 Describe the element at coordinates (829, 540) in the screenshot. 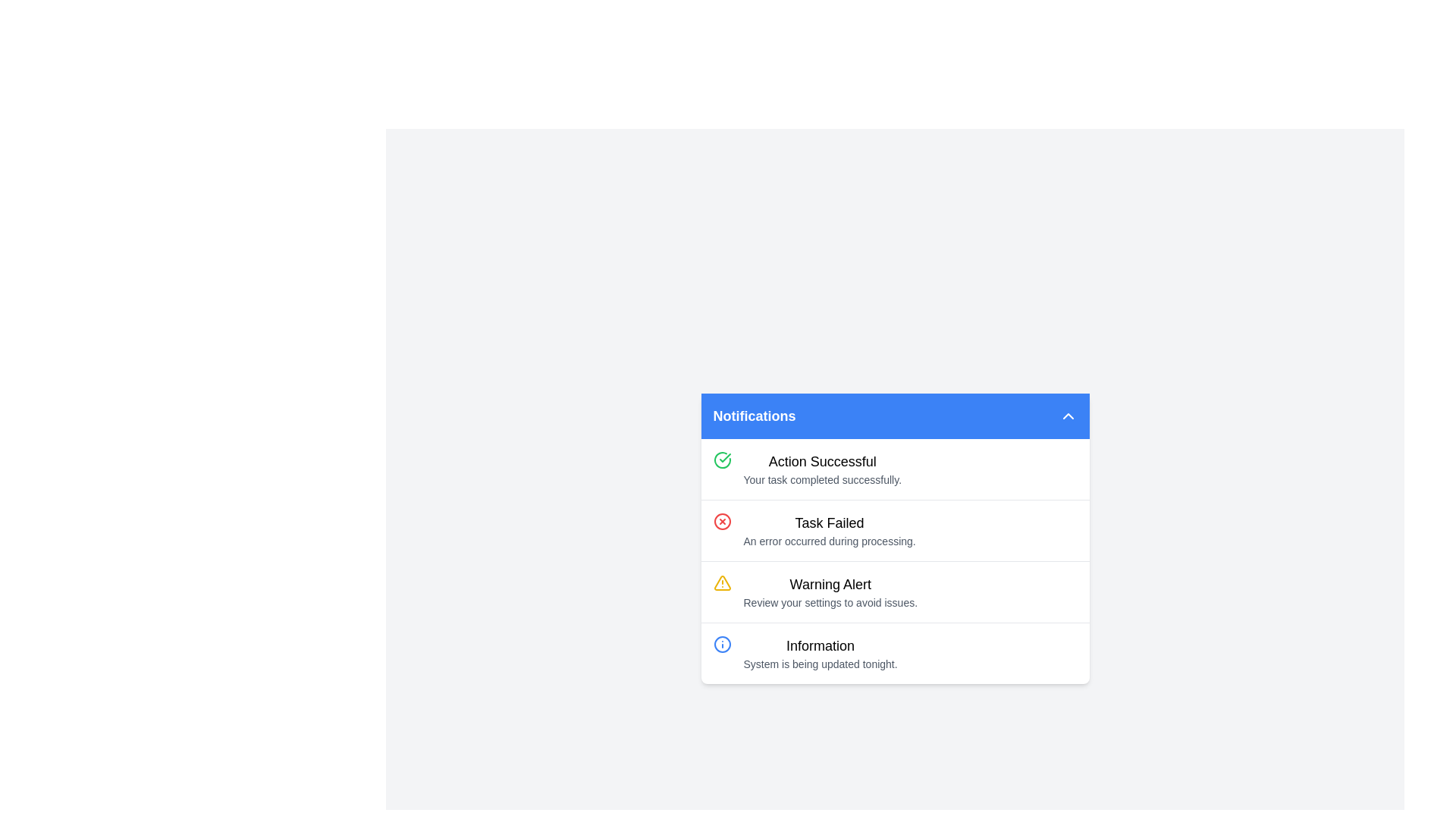

I see `the text displaying 'An error occurred during processing.' located in the notification panel, directly below the title 'Task Failed.'` at that location.